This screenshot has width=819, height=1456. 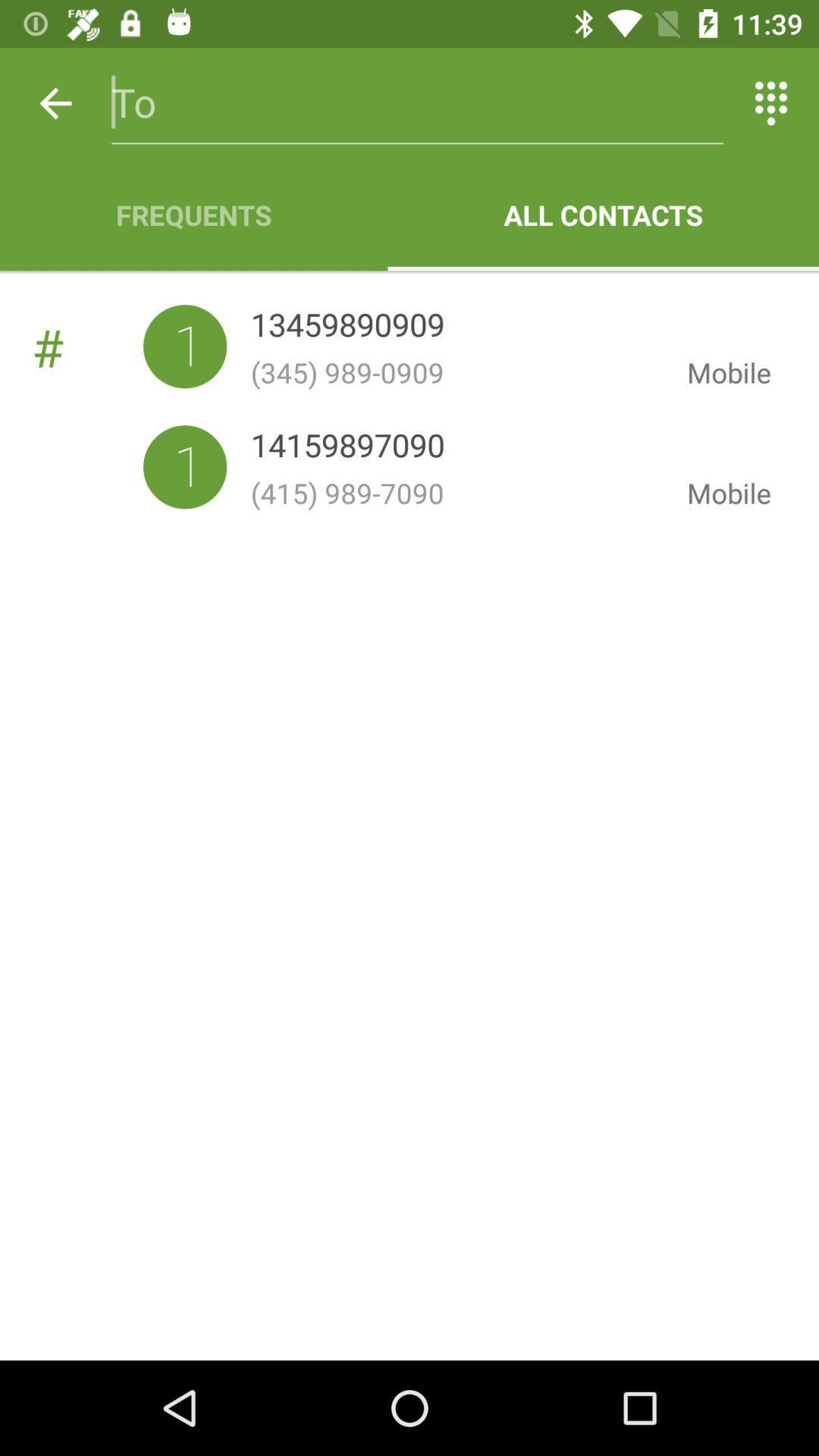 I want to click on the icon above (345) 989-0909 item, so click(x=347, y=327).